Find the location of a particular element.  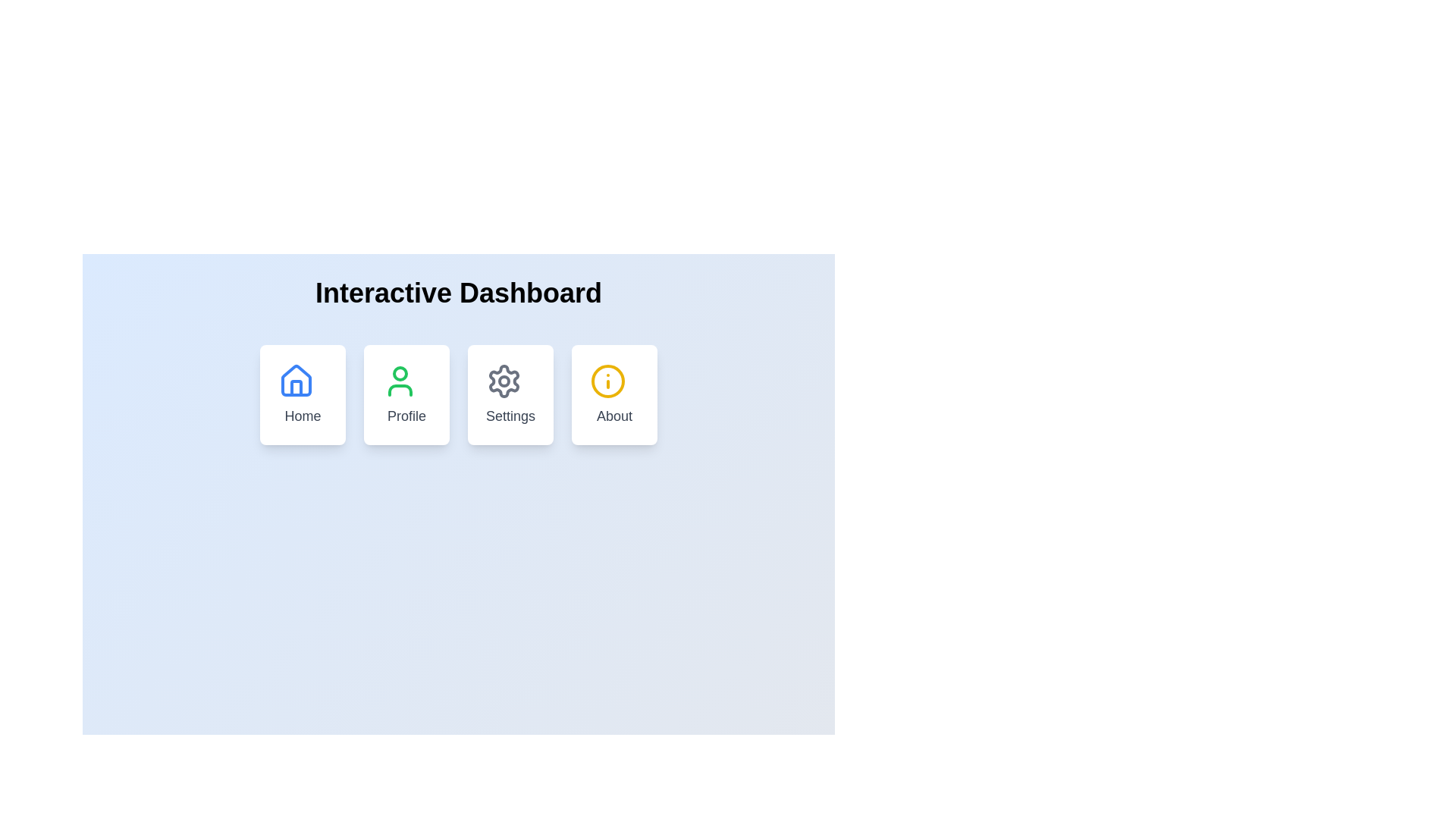

the 'Profile' button which contains a person icon with a green outline and a white background is located at coordinates (400, 380).